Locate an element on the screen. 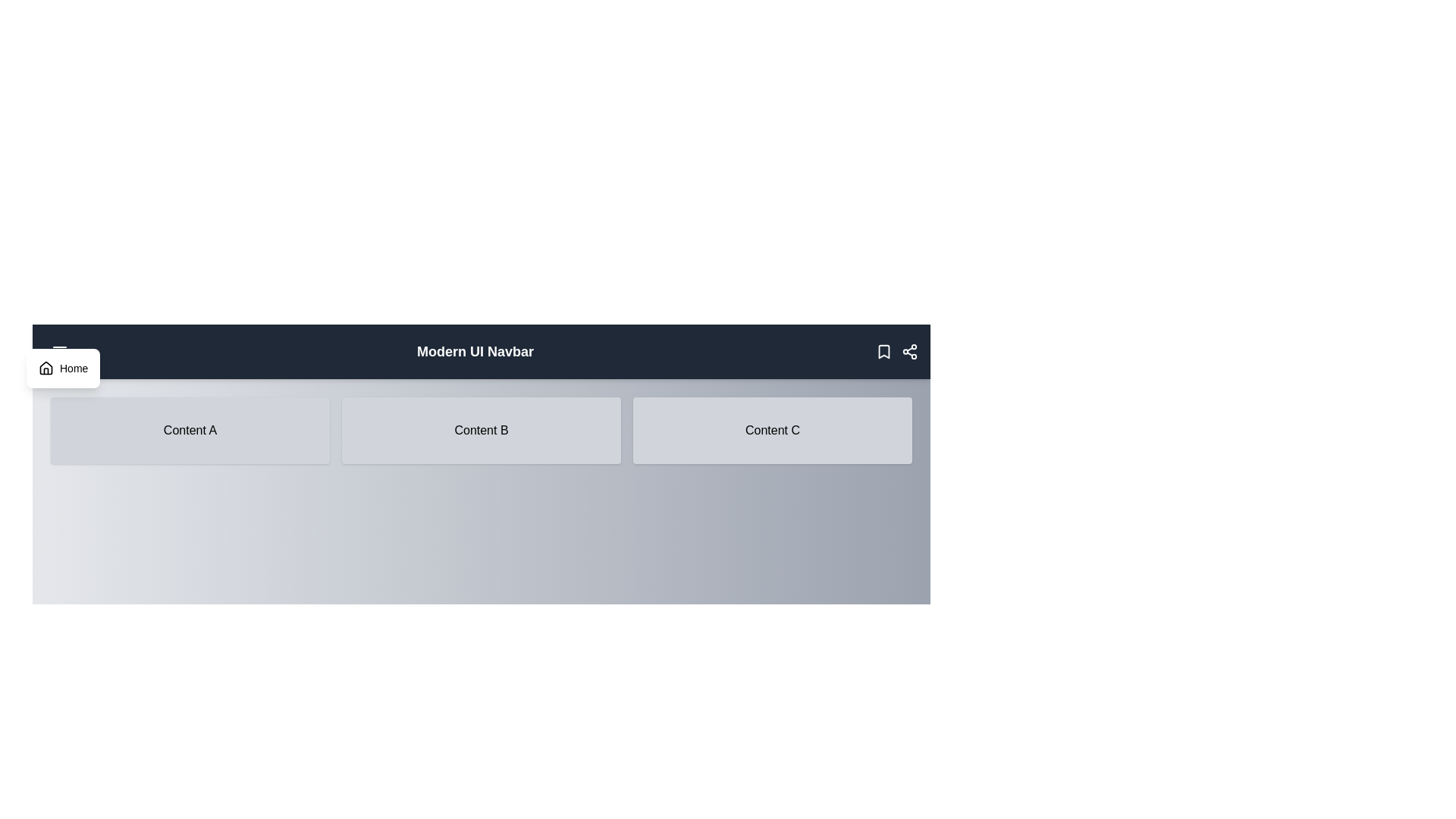 The width and height of the screenshot is (1456, 819). the 'Home' button in the dropdown menu is located at coordinates (62, 369).